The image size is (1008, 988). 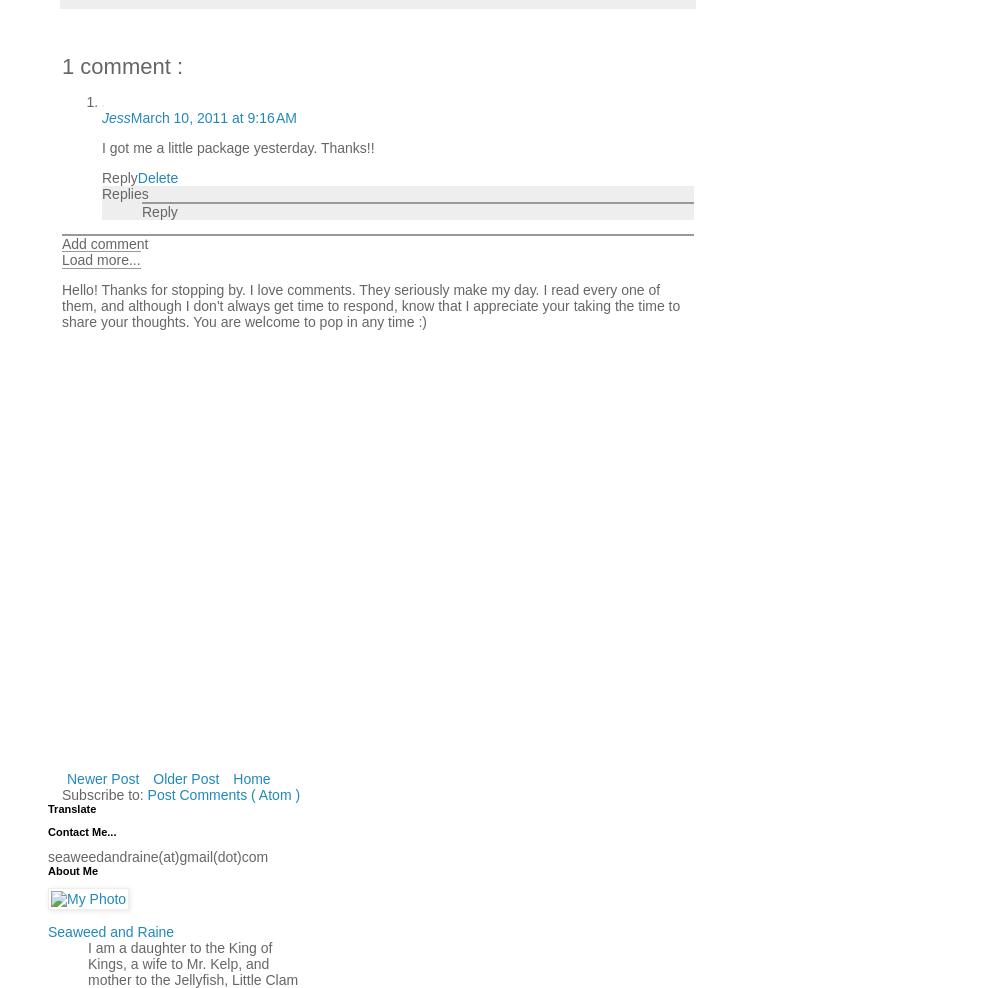 What do you see at coordinates (72, 869) in the screenshot?
I see `'About Me'` at bounding box center [72, 869].